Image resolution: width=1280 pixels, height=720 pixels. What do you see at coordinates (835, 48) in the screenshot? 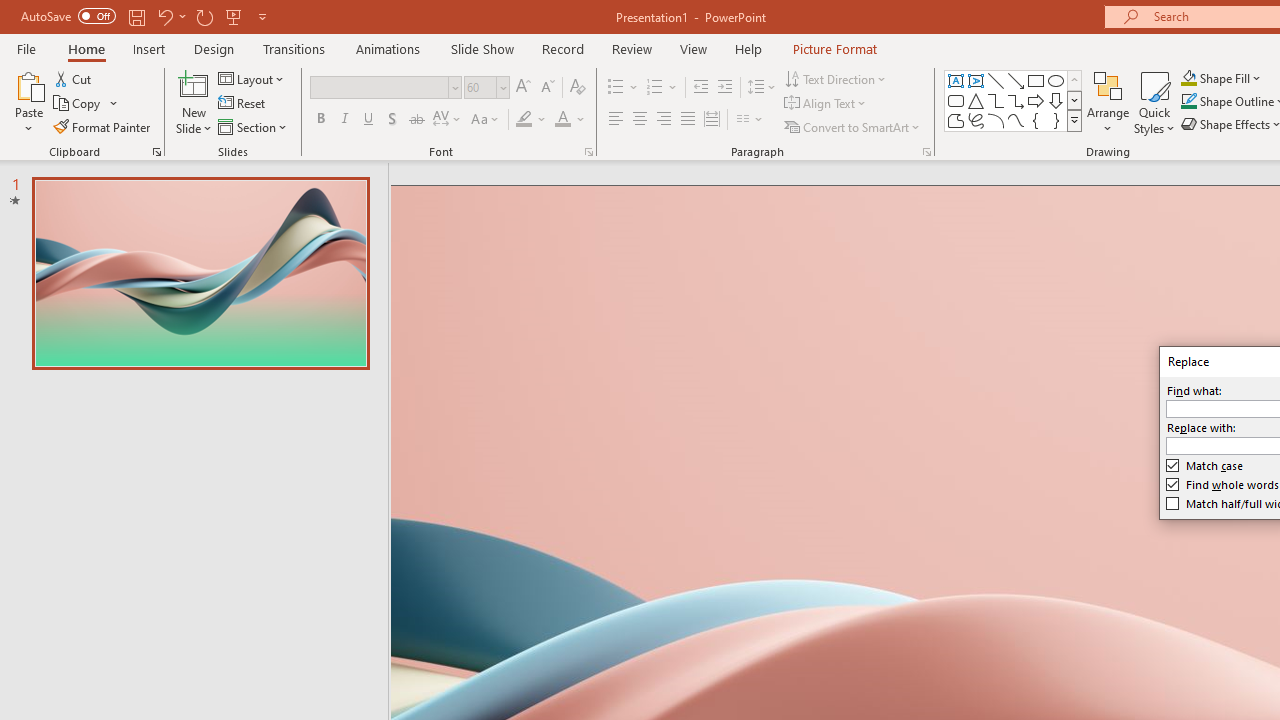
I see `'Picture Format'` at bounding box center [835, 48].